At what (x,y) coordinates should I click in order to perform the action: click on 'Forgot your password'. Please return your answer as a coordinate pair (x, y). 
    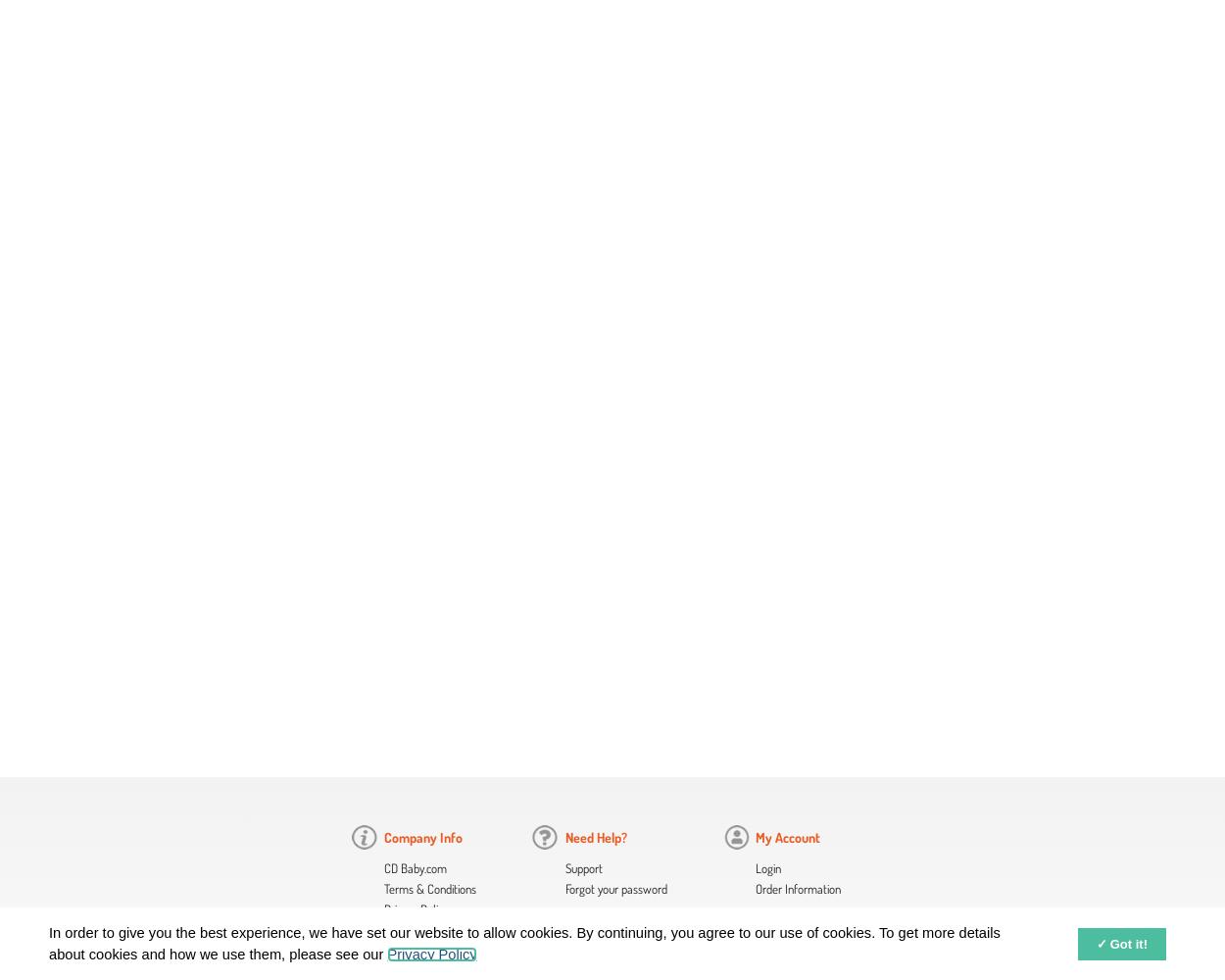
    Looking at the image, I should click on (563, 889).